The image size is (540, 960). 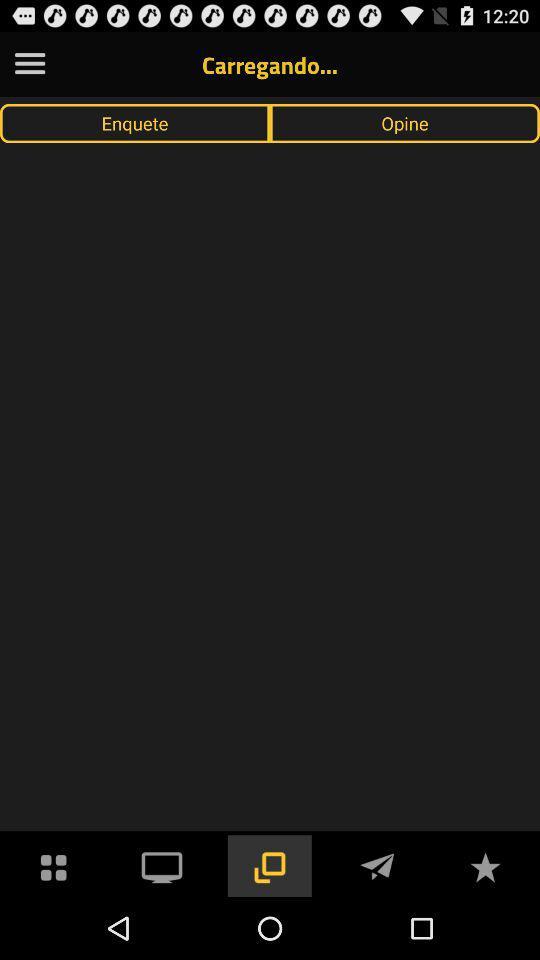 What do you see at coordinates (484, 864) in the screenshot?
I see `favorite` at bounding box center [484, 864].